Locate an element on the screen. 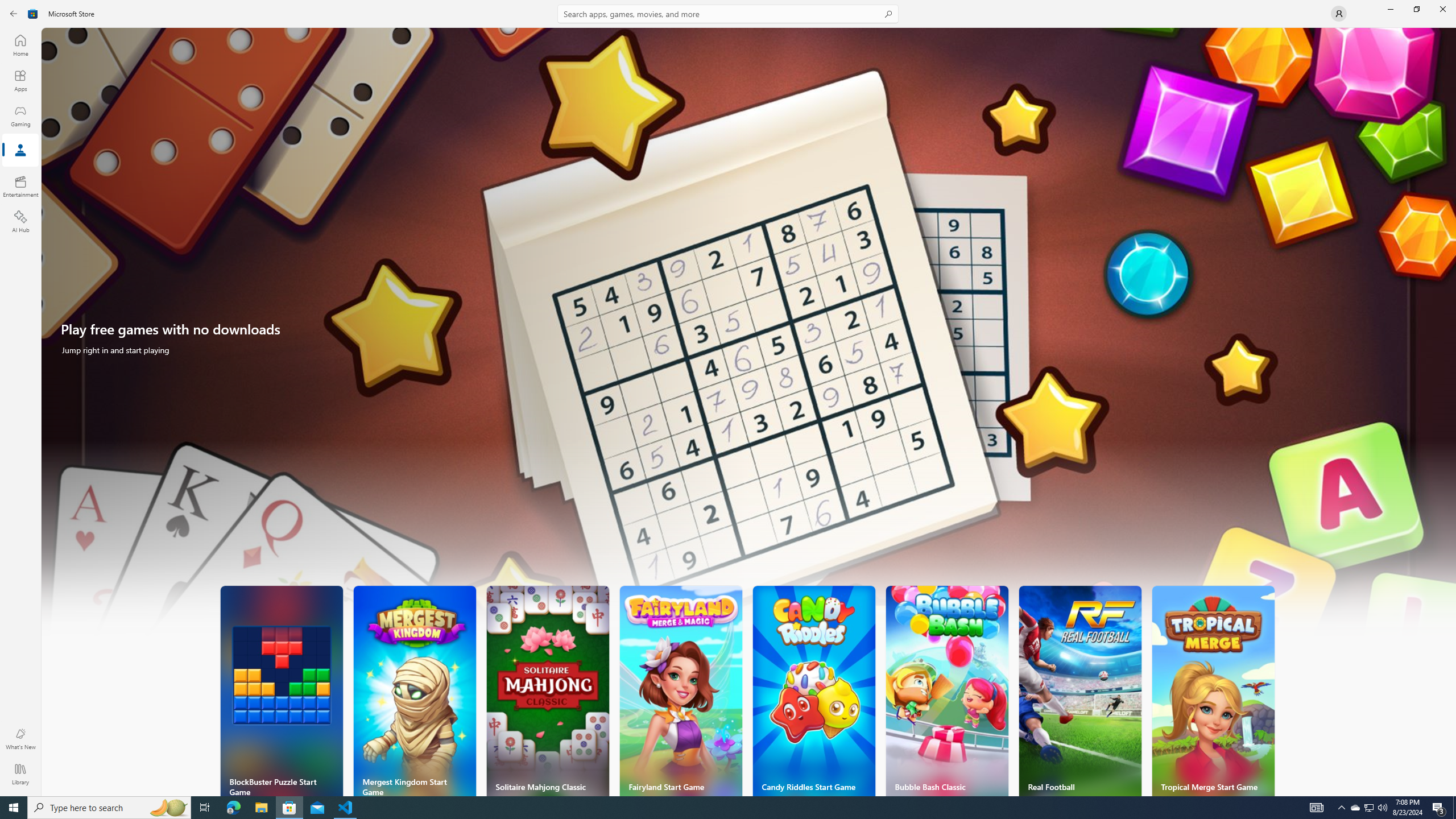 The width and height of the screenshot is (1456, 819). 'Minimize Microsoft Store' is located at coordinates (1389, 9).